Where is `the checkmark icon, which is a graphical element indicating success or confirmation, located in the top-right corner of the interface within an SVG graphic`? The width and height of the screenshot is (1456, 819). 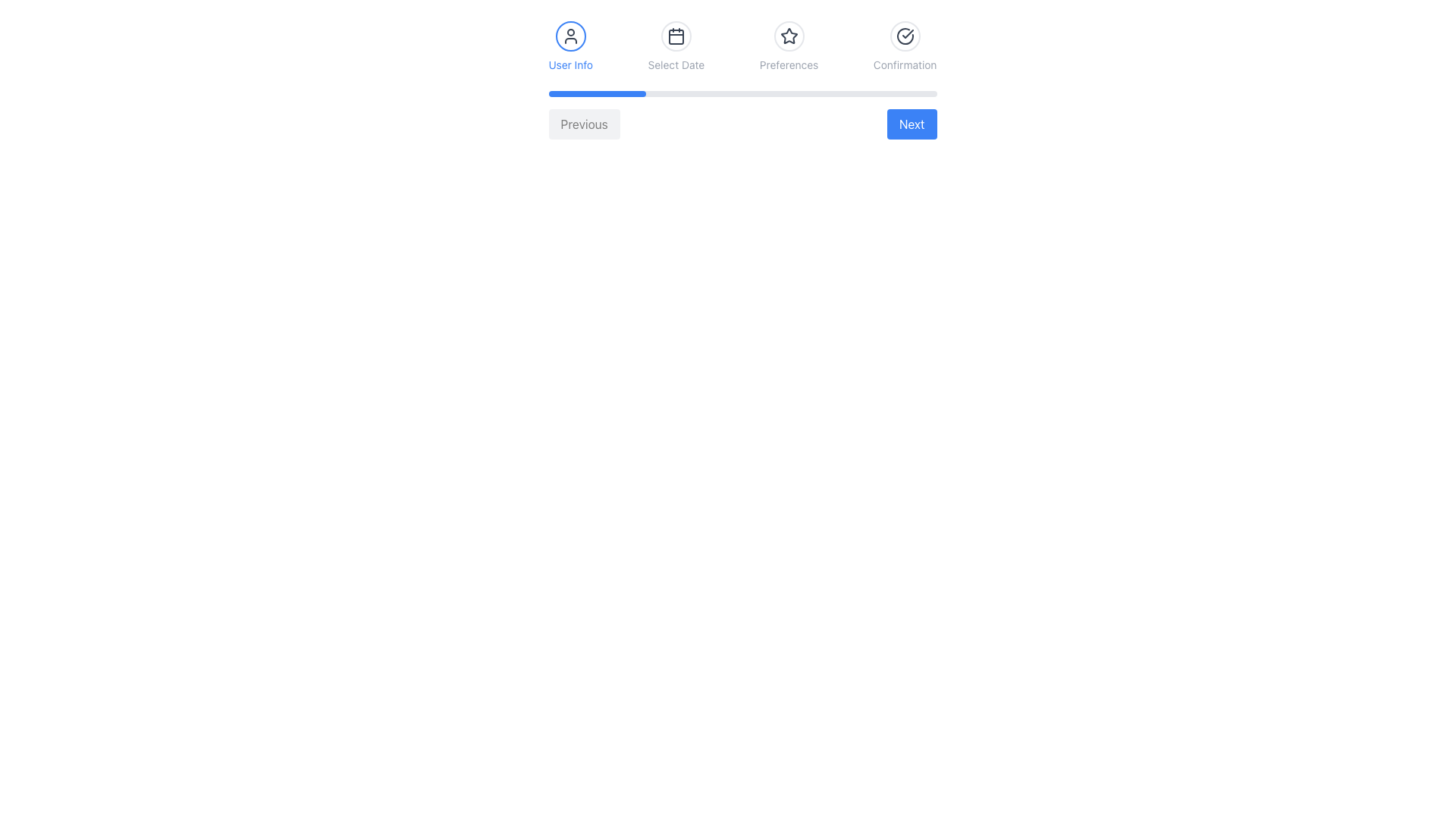 the checkmark icon, which is a graphical element indicating success or confirmation, located in the top-right corner of the interface within an SVG graphic is located at coordinates (908, 34).